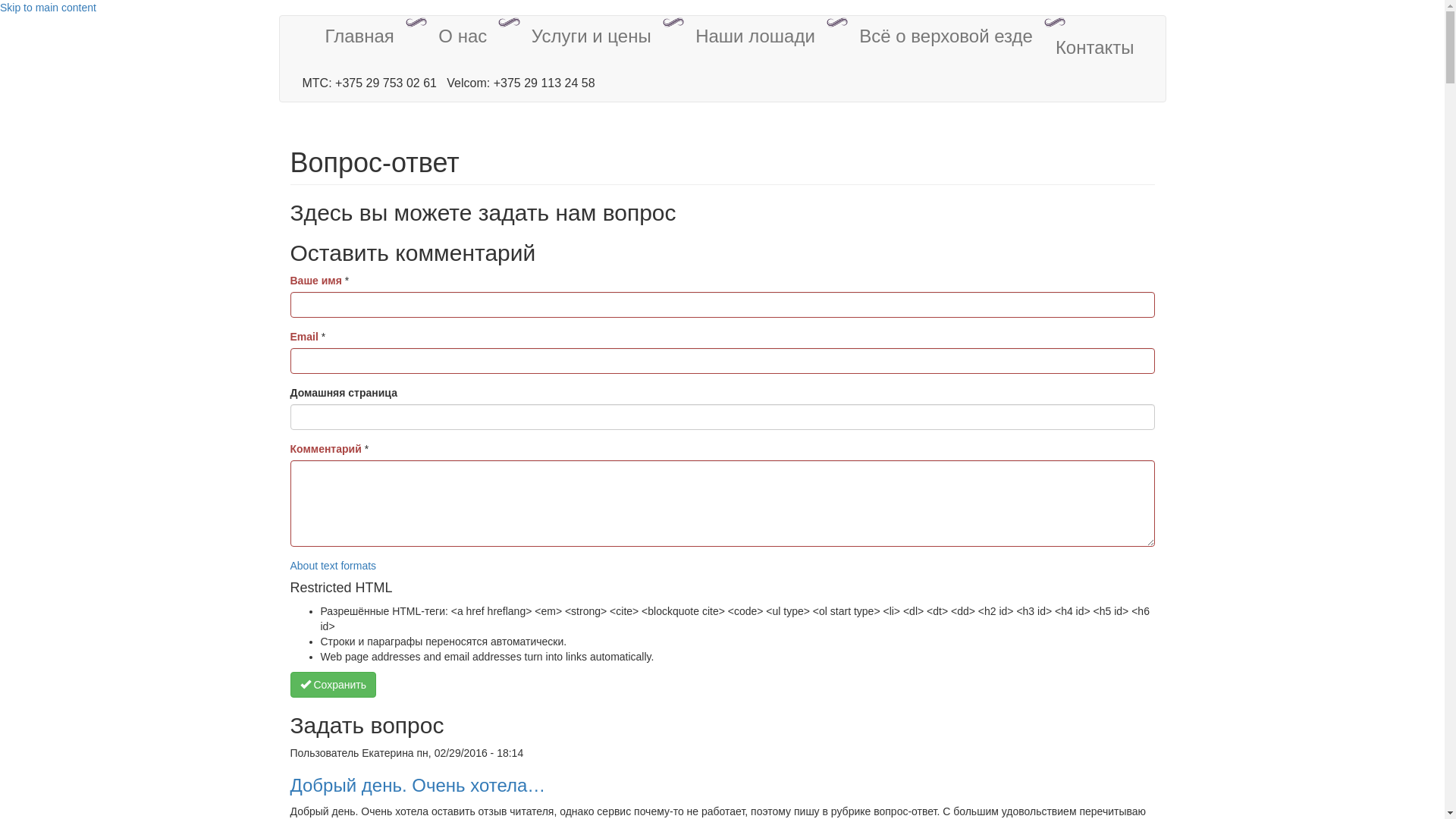 This screenshot has width=1456, height=819. I want to click on 'About text formats', so click(331, 565).